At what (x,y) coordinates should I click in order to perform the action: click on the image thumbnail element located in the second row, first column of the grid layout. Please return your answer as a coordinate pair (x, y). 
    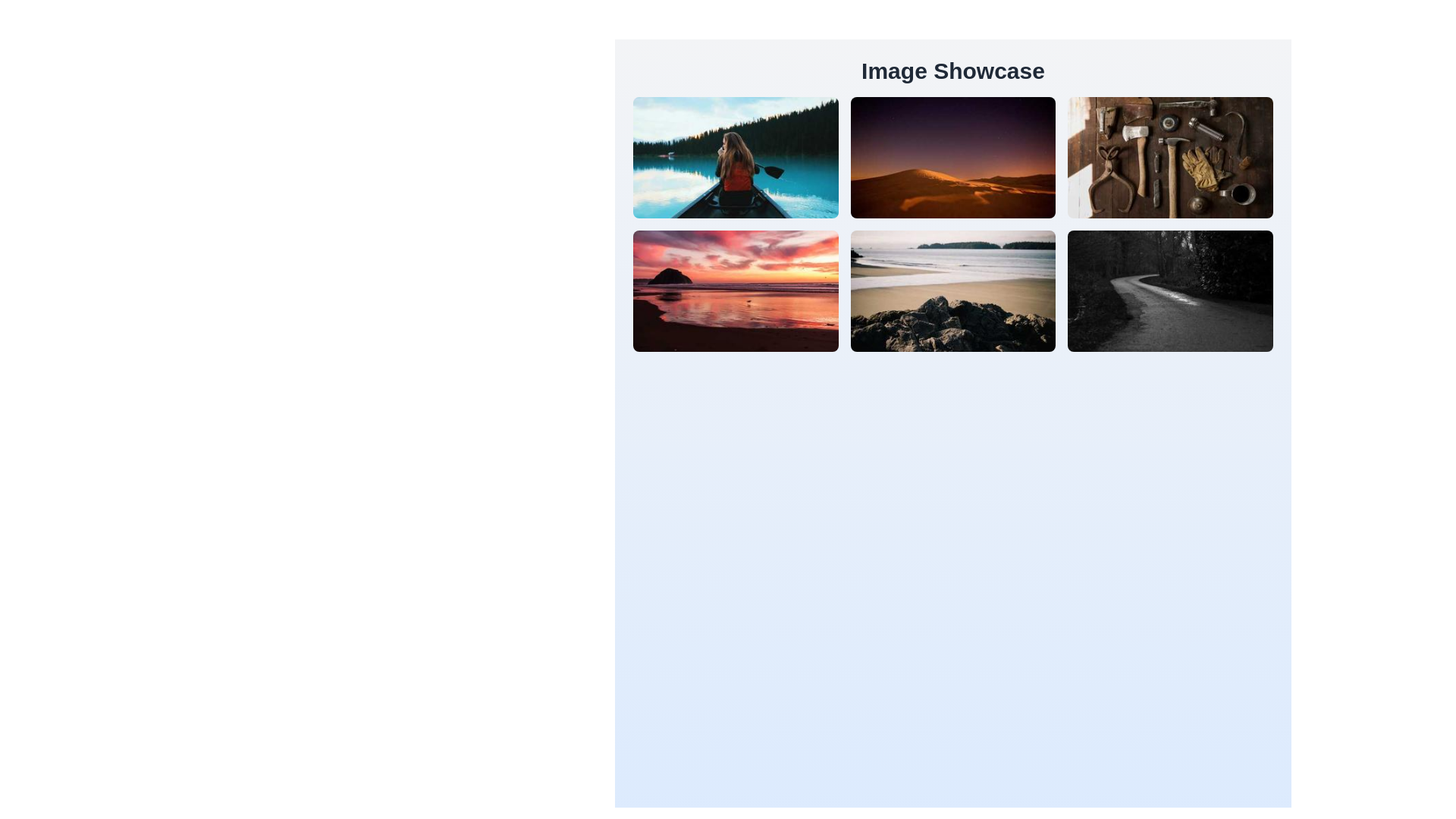
    Looking at the image, I should click on (736, 291).